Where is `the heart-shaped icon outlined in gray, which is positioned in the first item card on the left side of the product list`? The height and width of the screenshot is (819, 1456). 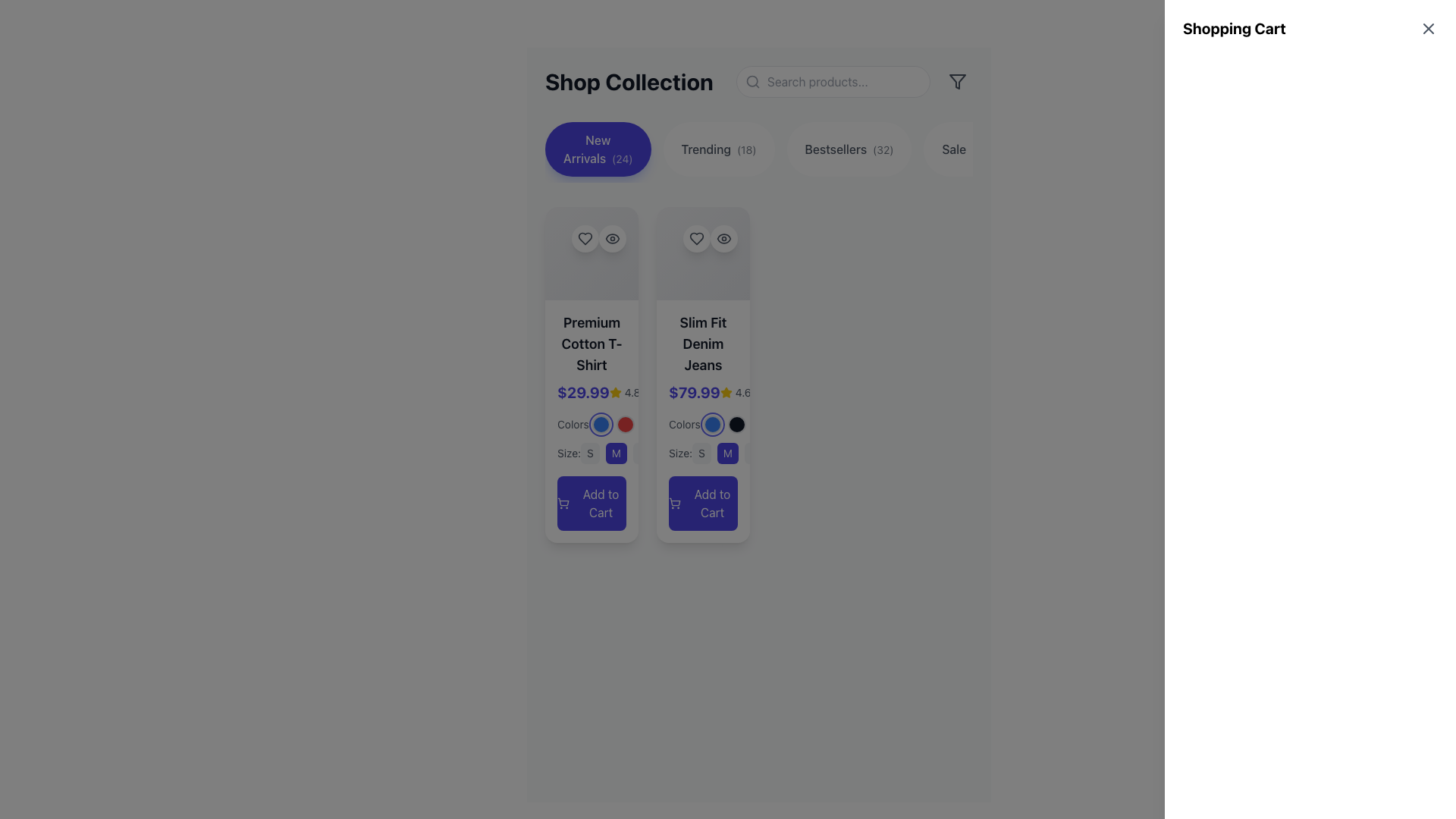
the heart-shaped icon outlined in gray, which is positioned in the first item card on the left side of the product list is located at coordinates (585, 239).